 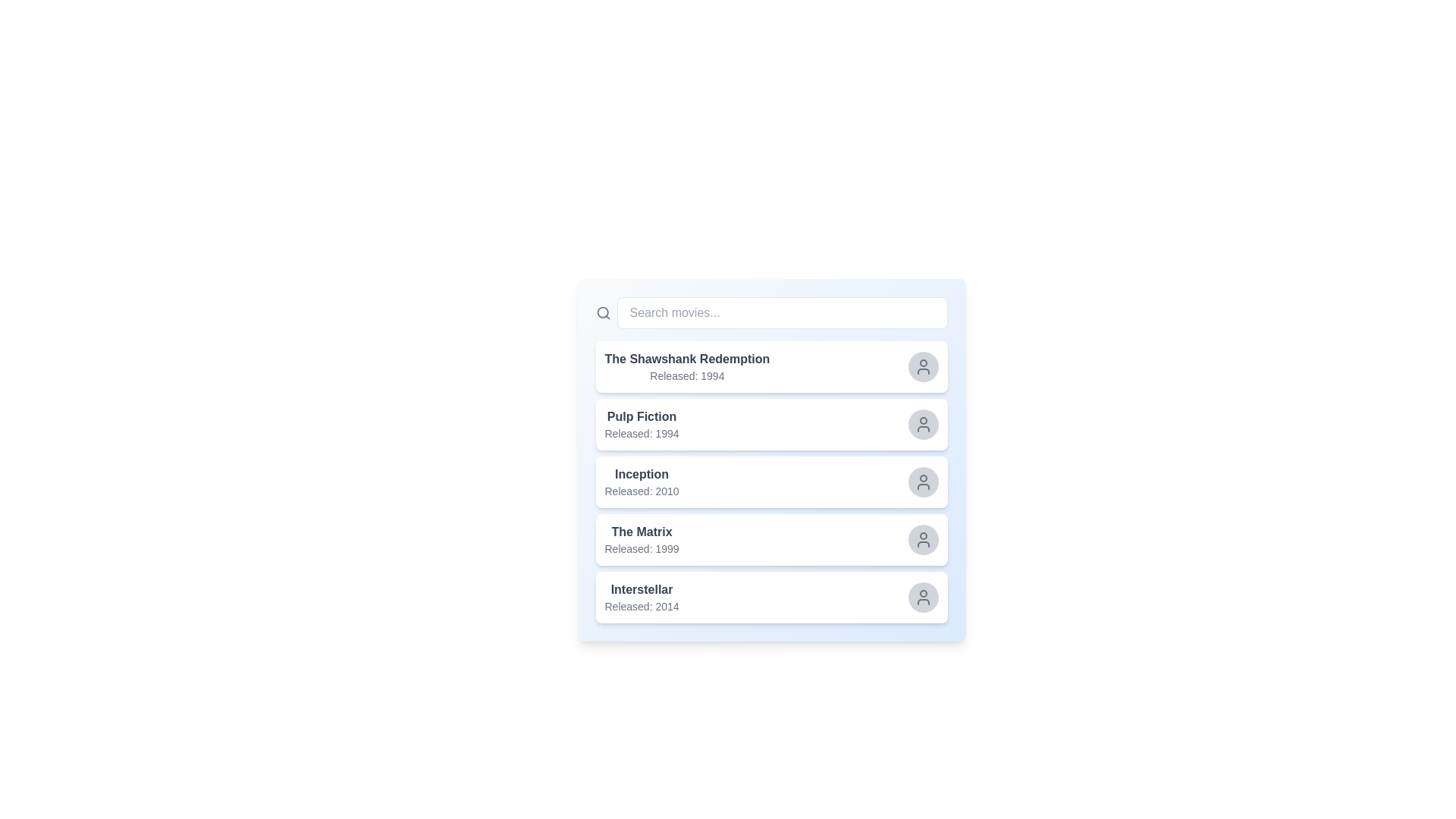 I want to click on the SVG icon resembling a user's silhouette within the rounded button on the right side of the list item displaying 'Pulp Fiction - Released: 1994', so click(x=922, y=424).